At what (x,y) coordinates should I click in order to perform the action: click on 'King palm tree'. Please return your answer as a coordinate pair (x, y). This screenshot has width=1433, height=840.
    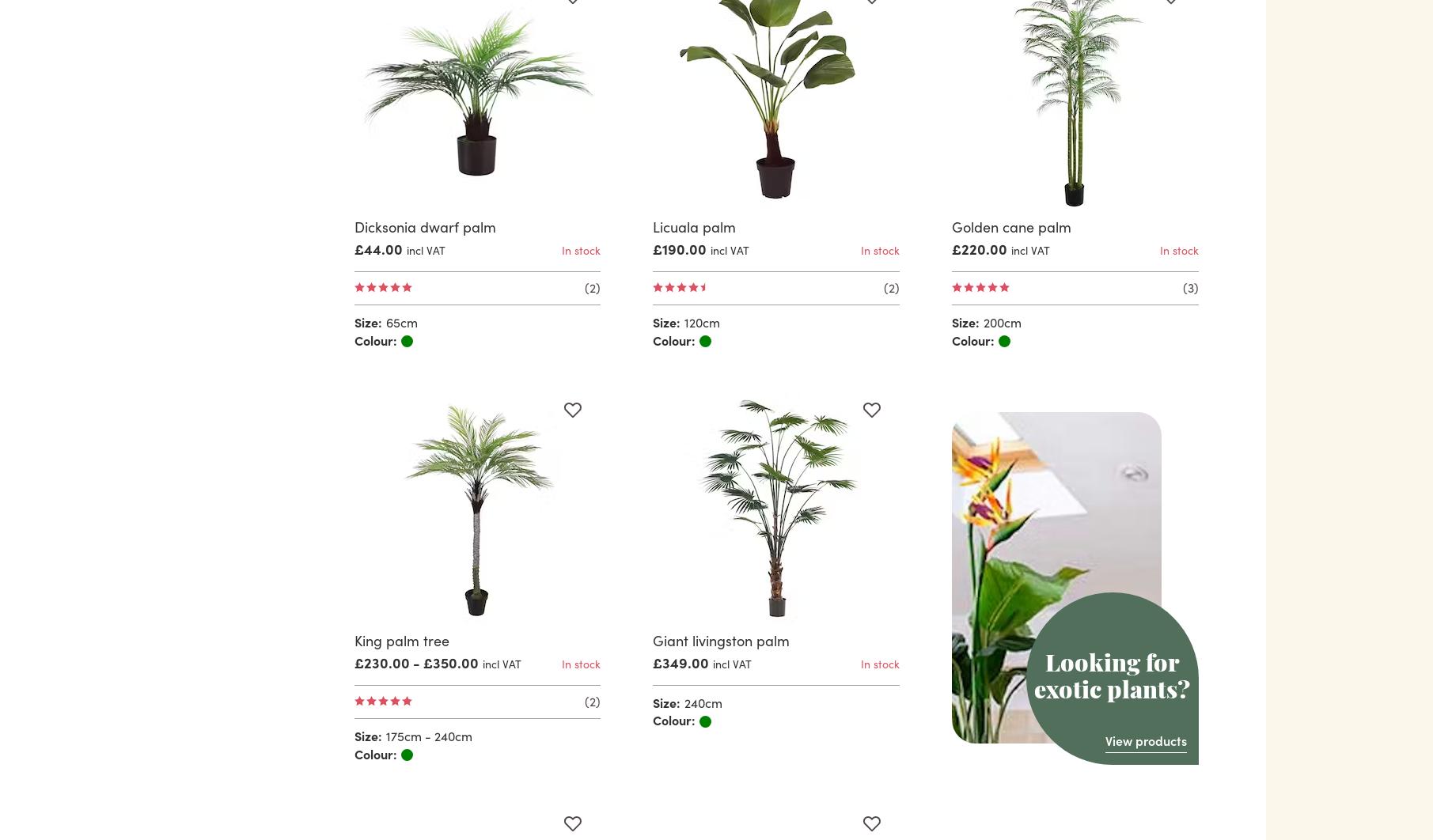
    Looking at the image, I should click on (400, 639).